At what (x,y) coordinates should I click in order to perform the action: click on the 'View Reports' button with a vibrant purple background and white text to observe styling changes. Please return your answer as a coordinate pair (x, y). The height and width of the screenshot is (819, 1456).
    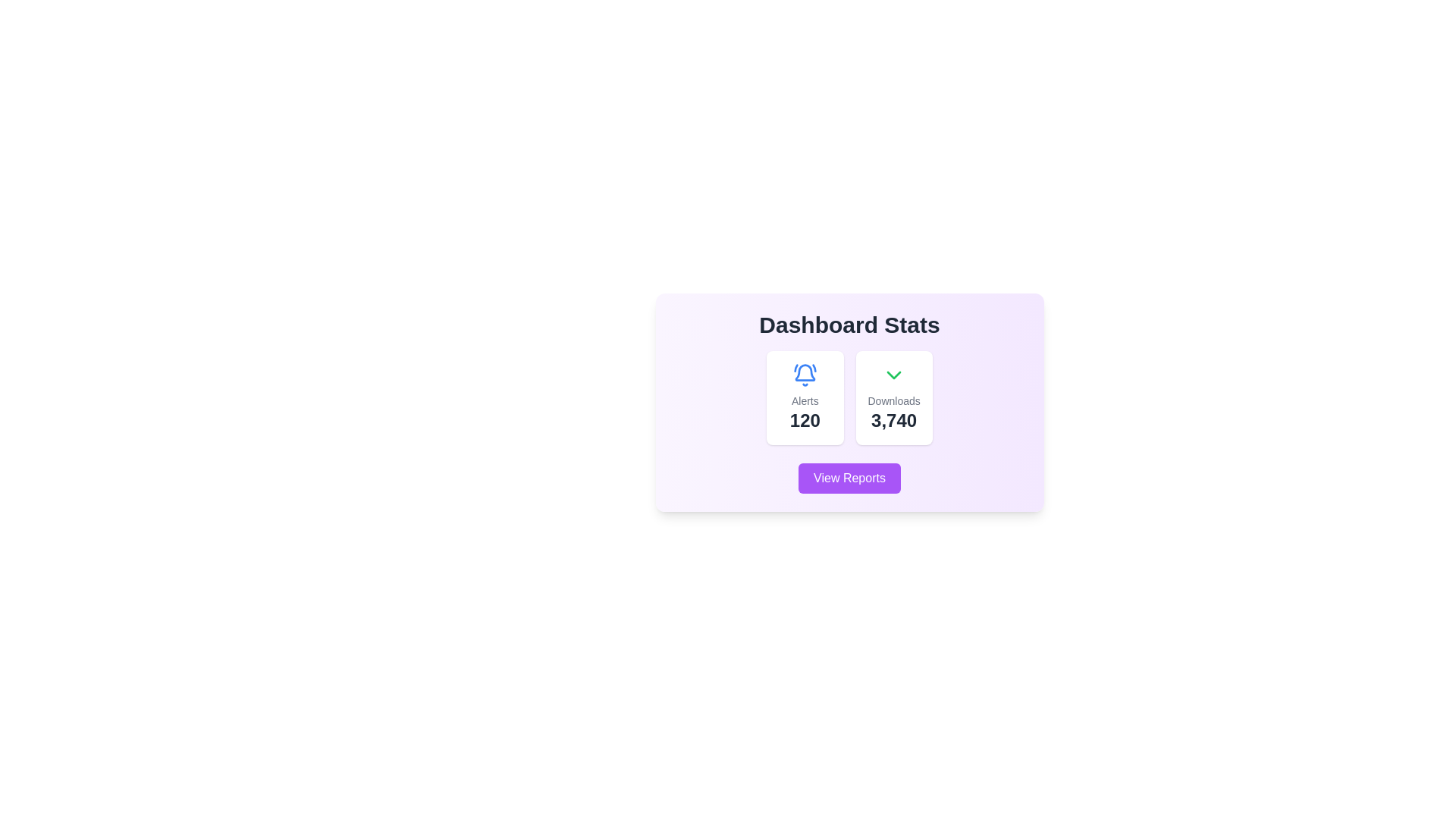
    Looking at the image, I should click on (849, 479).